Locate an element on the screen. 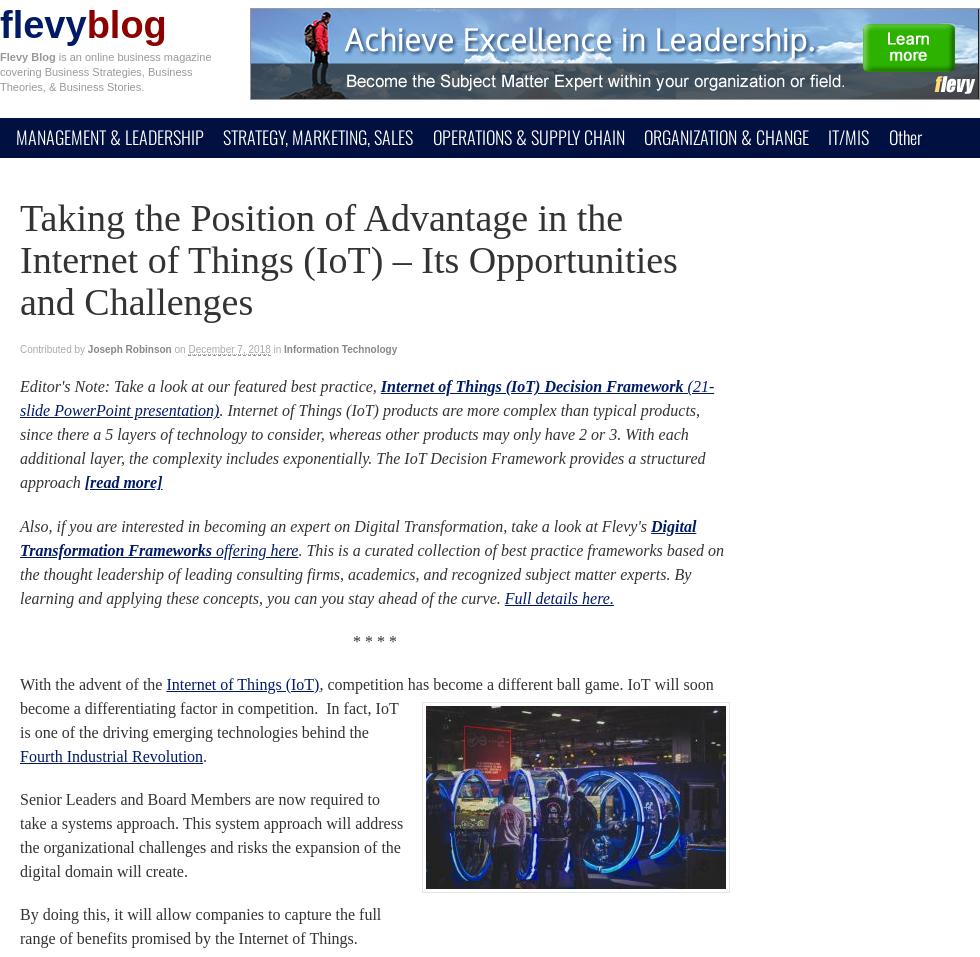 The width and height of the screenshot is (980, 957). '* * * *' is located at coordinates (375, 639).